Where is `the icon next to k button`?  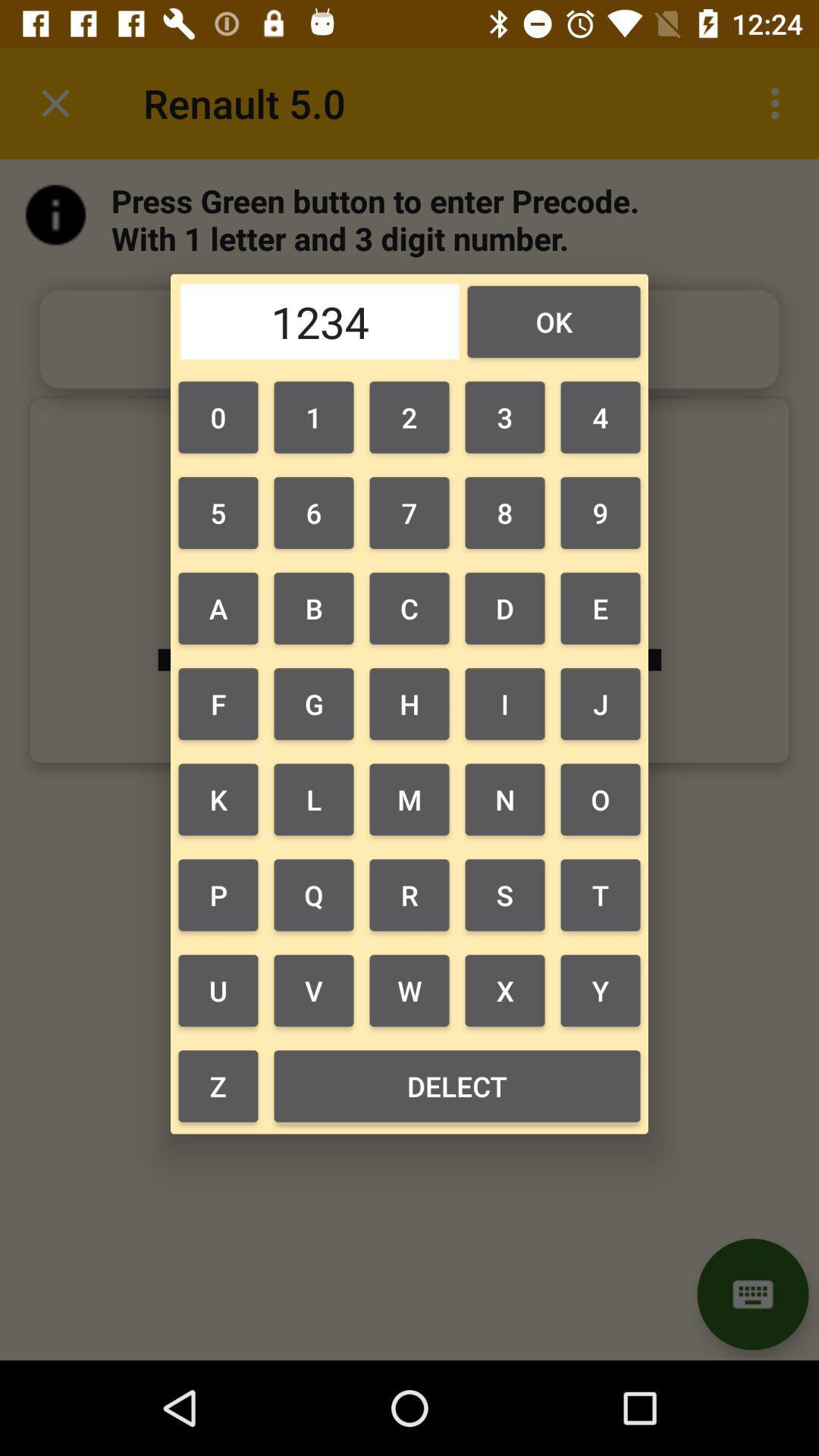
the icon next to k button is located at coordinates (312, 895).